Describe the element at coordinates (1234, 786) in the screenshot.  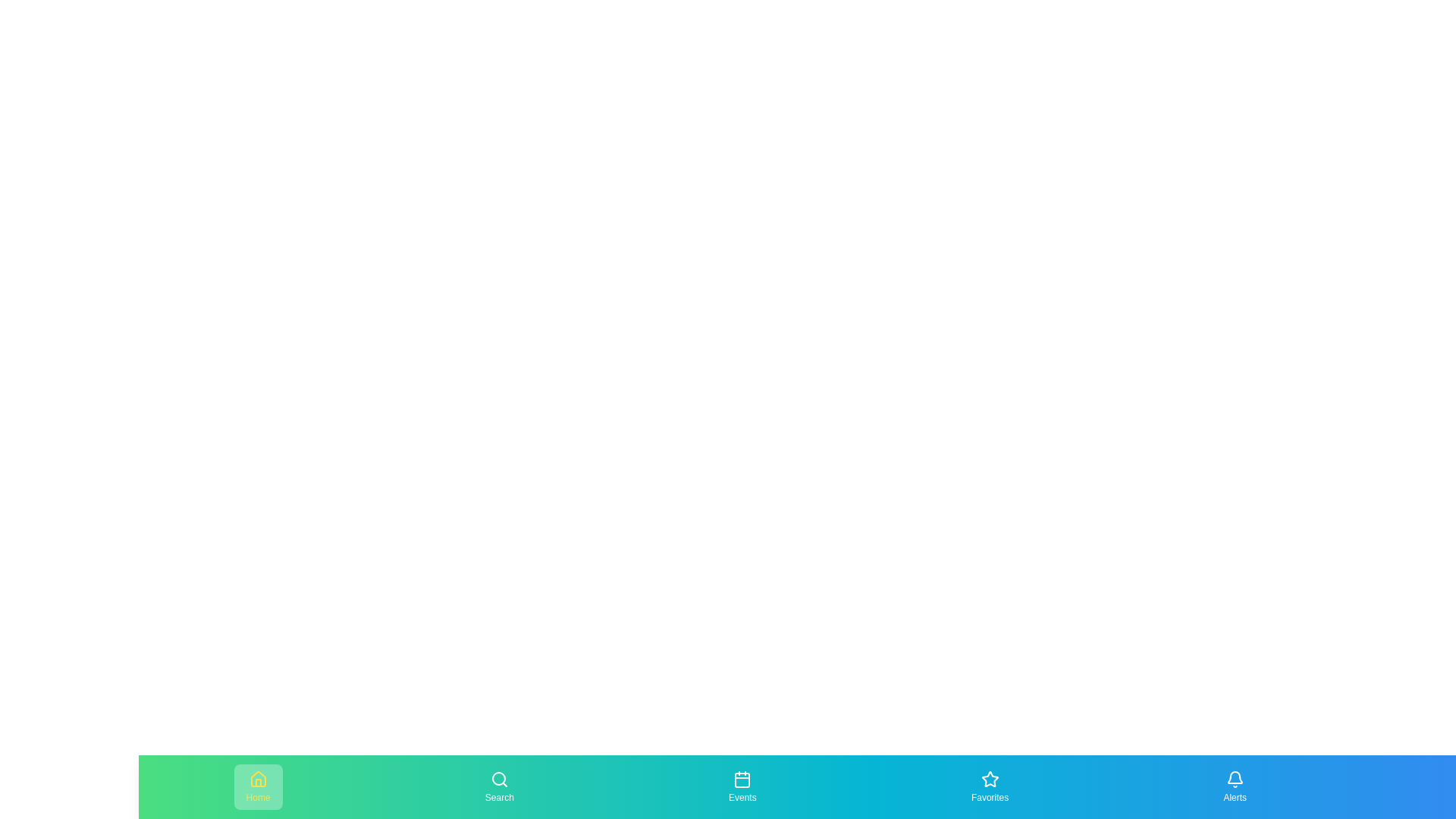
I see `the navigation item Alerts` at that location.